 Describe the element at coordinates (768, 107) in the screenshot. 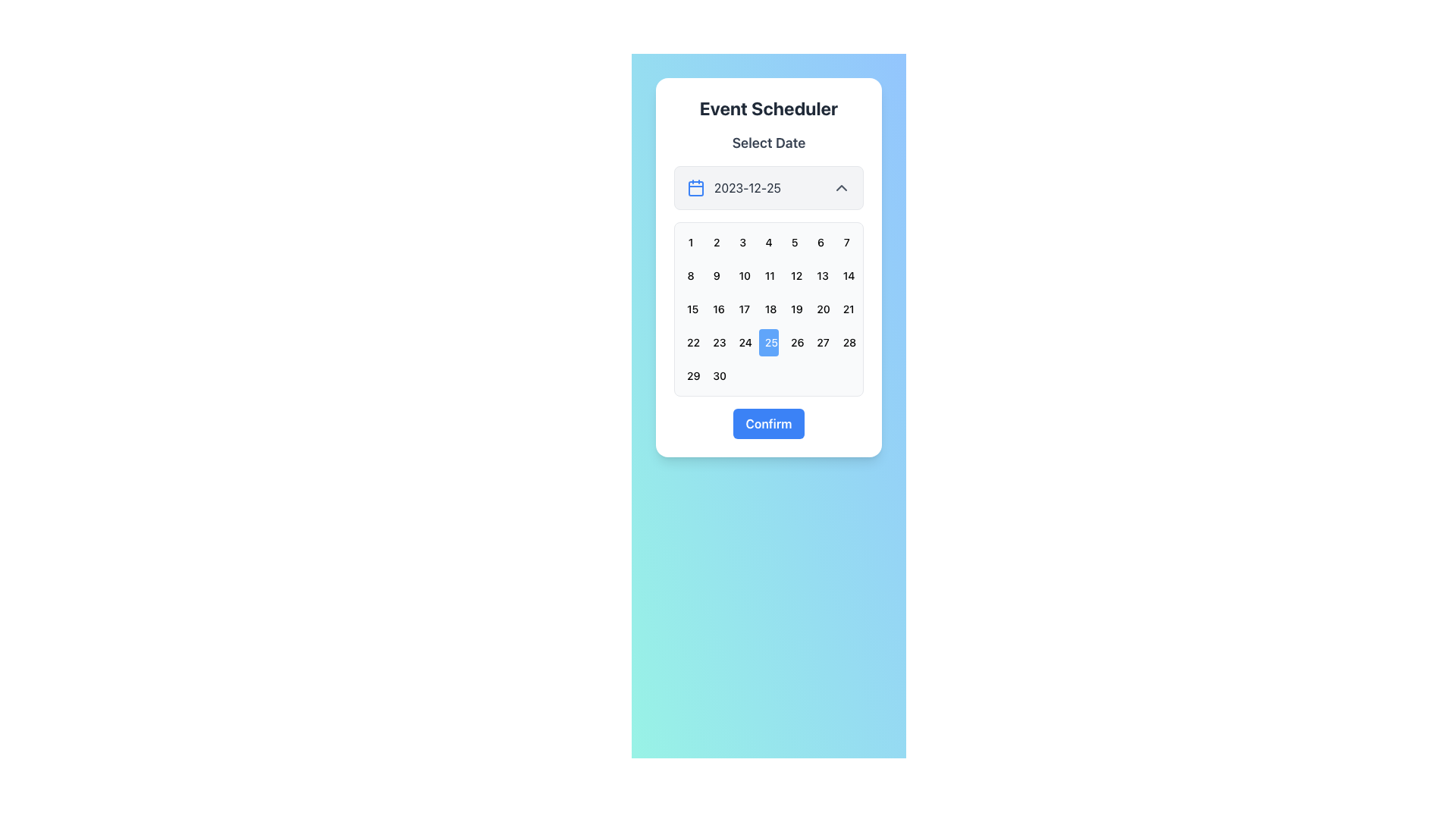

I see `the textual heading 'Event Scheduler' which is styled large and bold, located at the top of the white card containing a date selection interface` at that location.